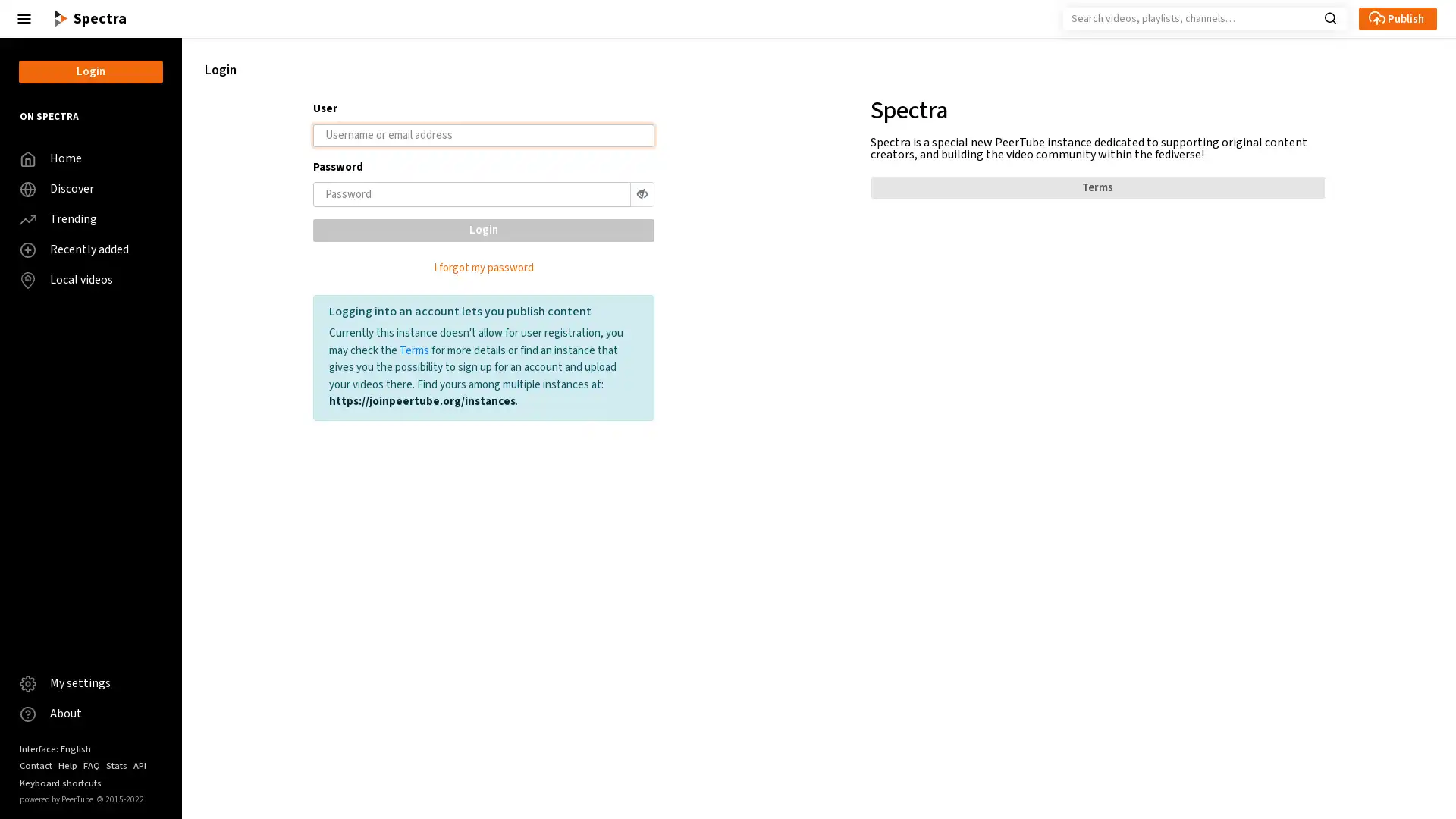 The image size is (1456, 819). I want to click on Login, so click(482, 230).